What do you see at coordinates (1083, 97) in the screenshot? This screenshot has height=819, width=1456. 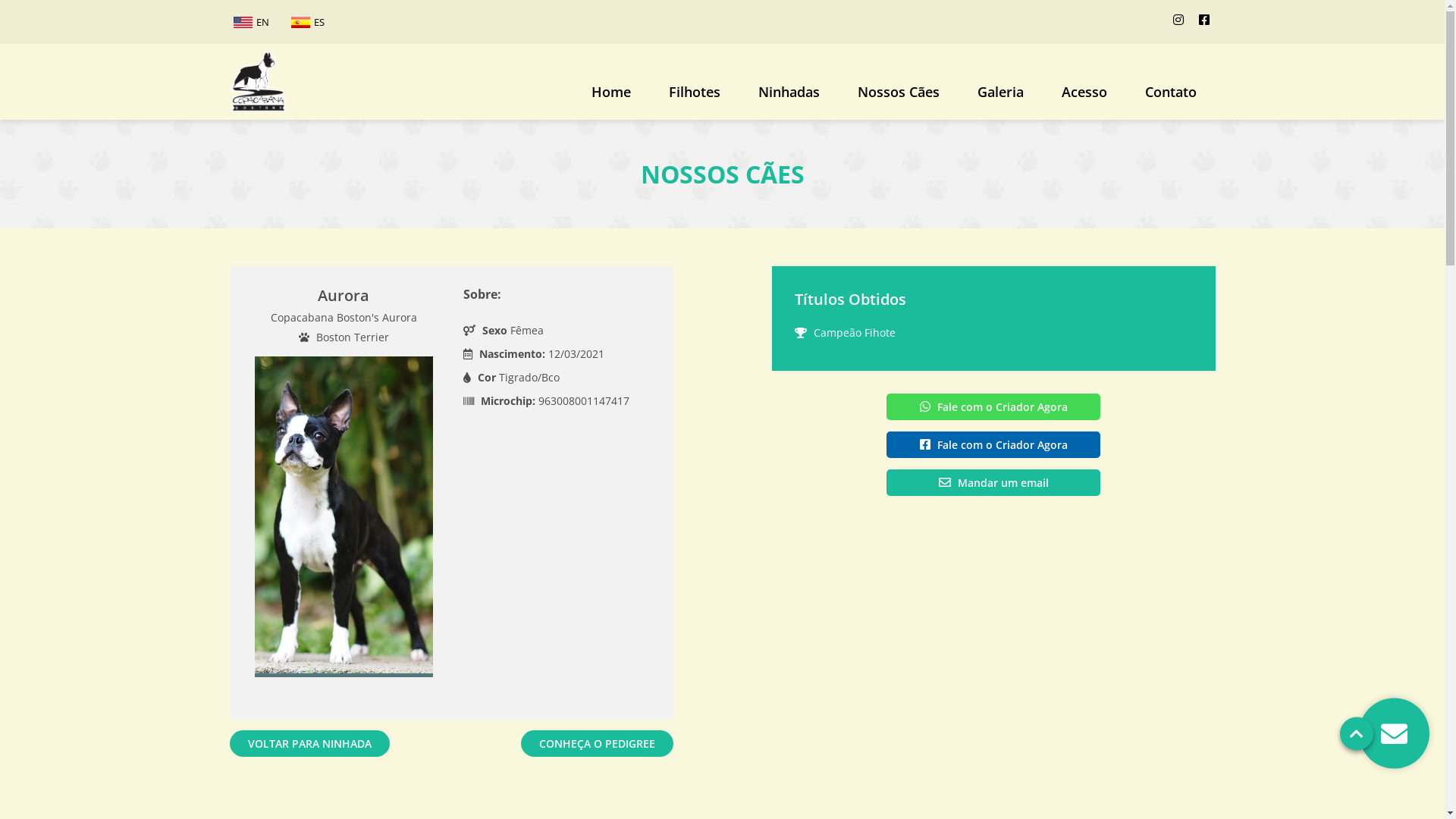 I see `'Acesso'` at bounding box center [1083, 97].